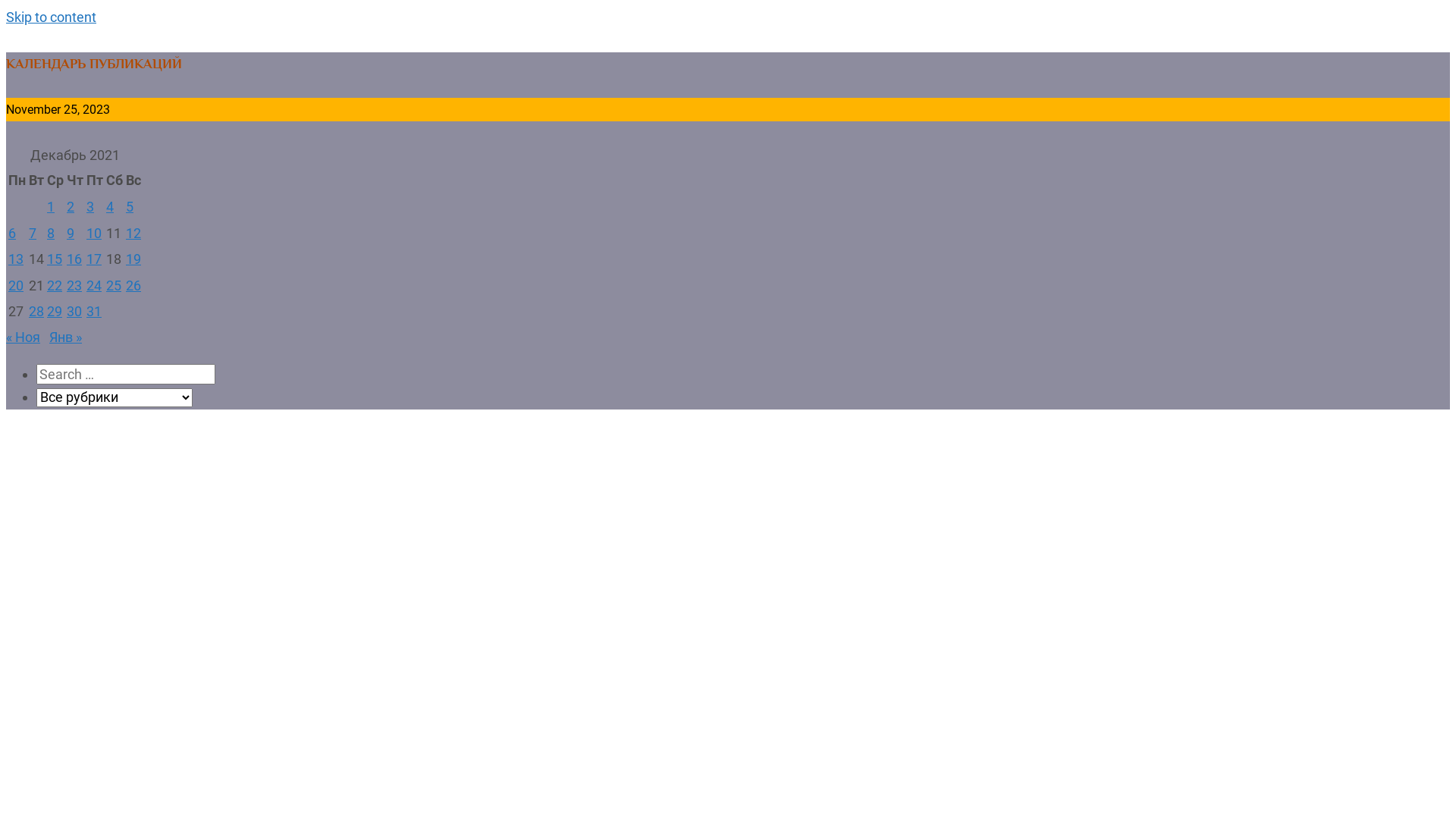 This screenshot has width=1456, height=819. I want to click on '16', so click(65, 258).